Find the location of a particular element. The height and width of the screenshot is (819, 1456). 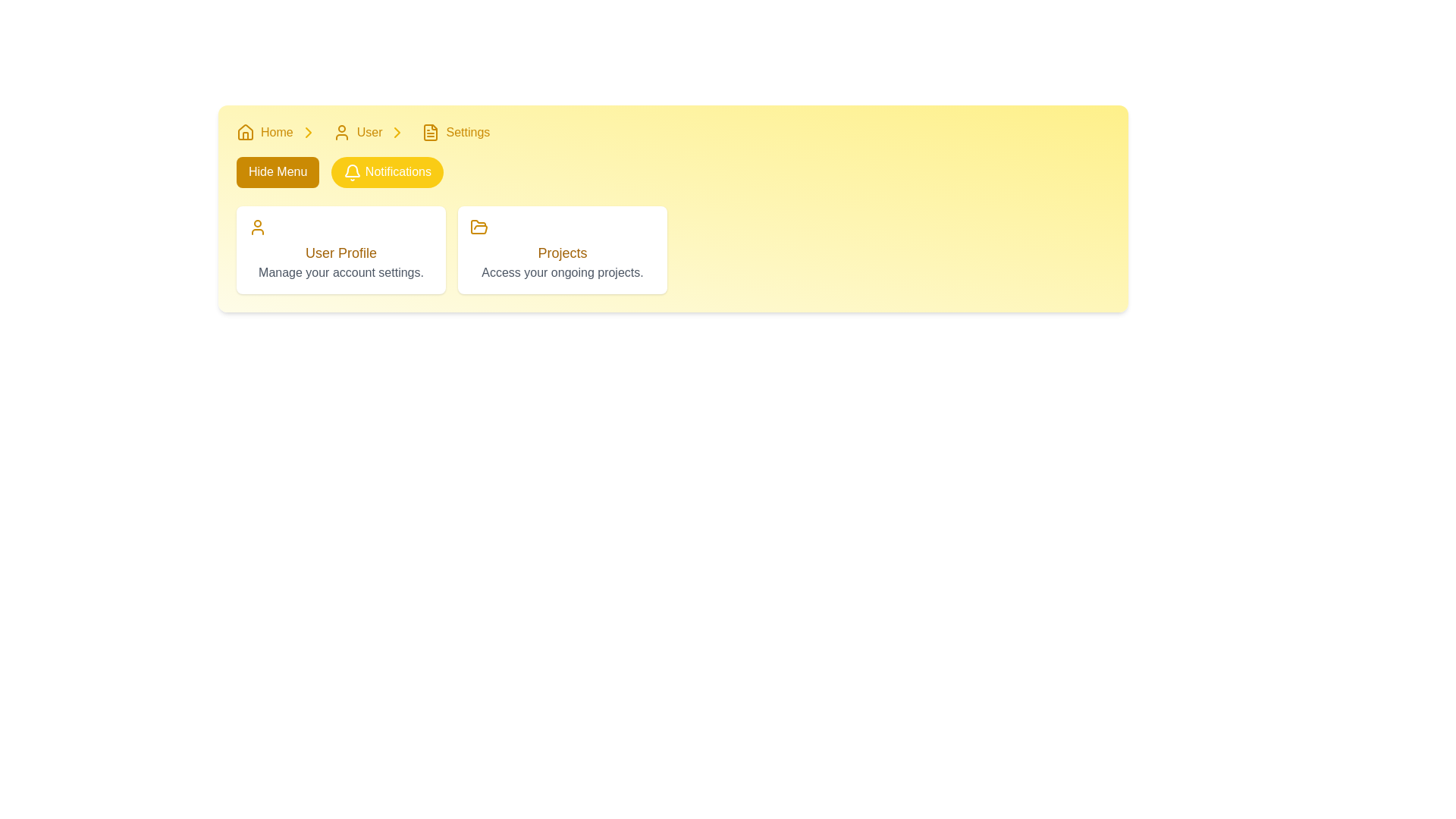

the bright yellow chevron icon located in the breadcrumb navigation bar, positioned between the 'Home' and 'User' link texts is located at coordinates (307, 131).